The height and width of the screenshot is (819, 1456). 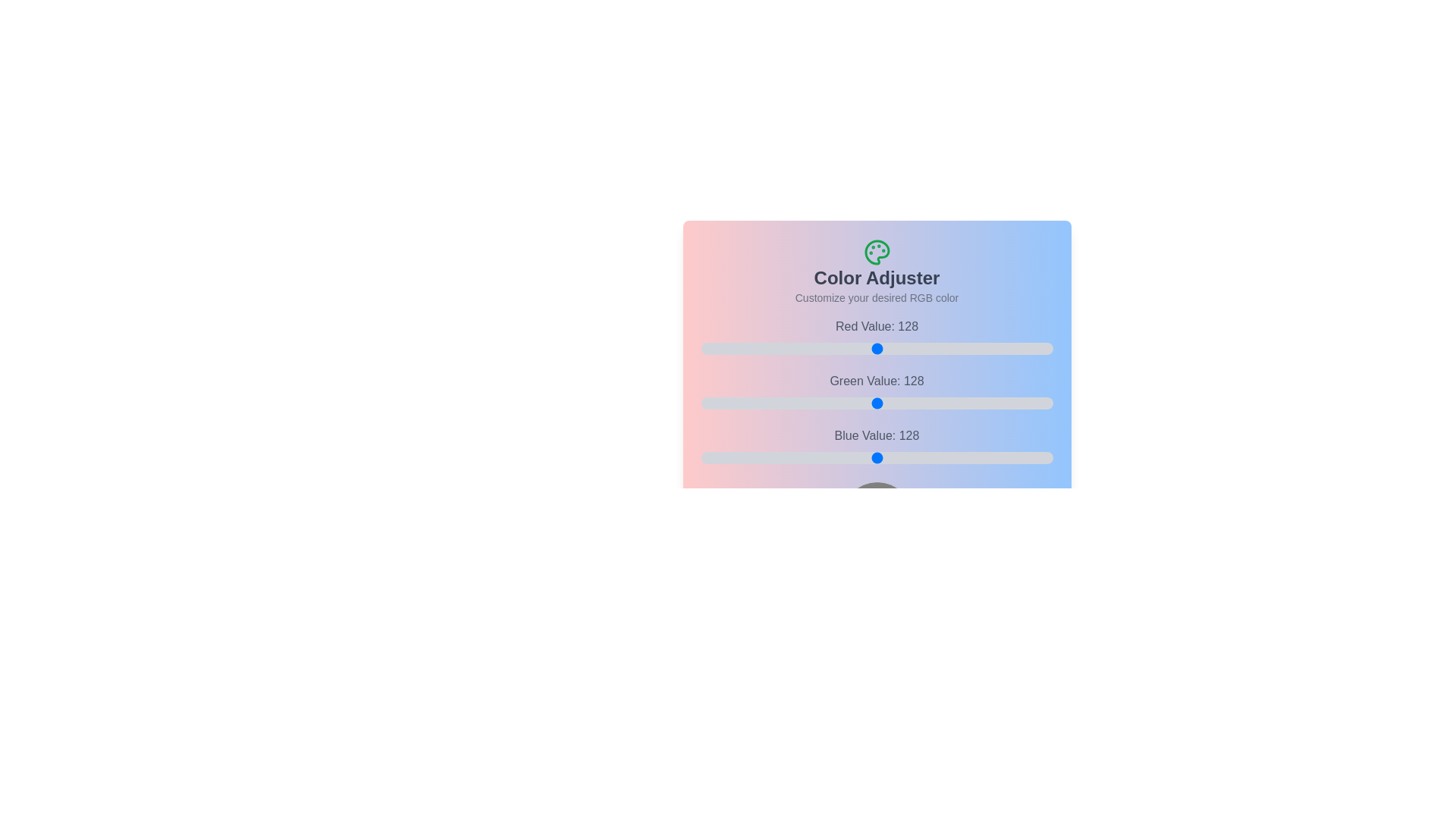 What do you see at coordinates (945, 403) in the screenshot?
I see `the 1 slider to 100` at bounding box center [945, 403].